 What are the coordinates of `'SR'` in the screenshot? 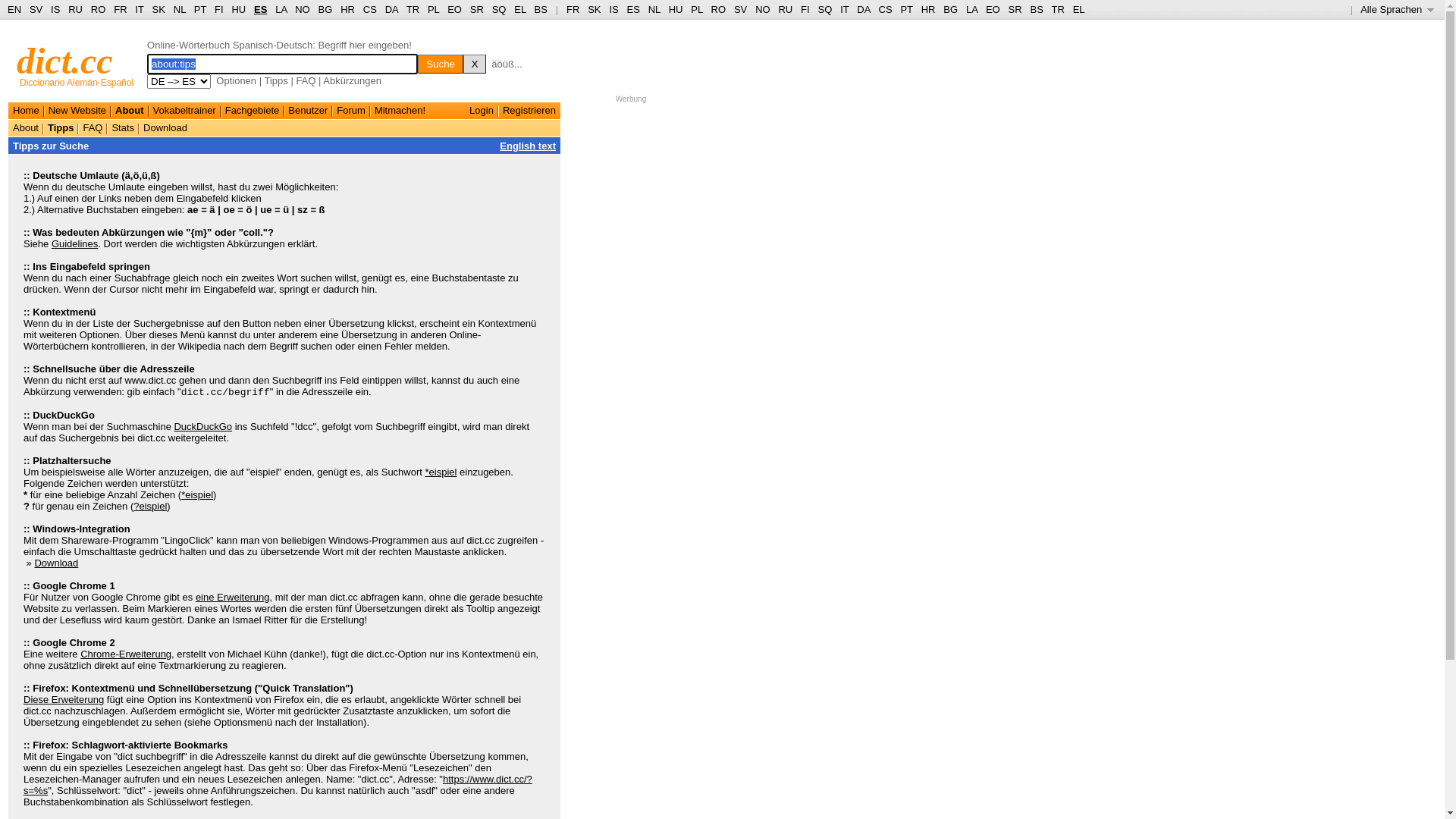 It's located at (475, 9).